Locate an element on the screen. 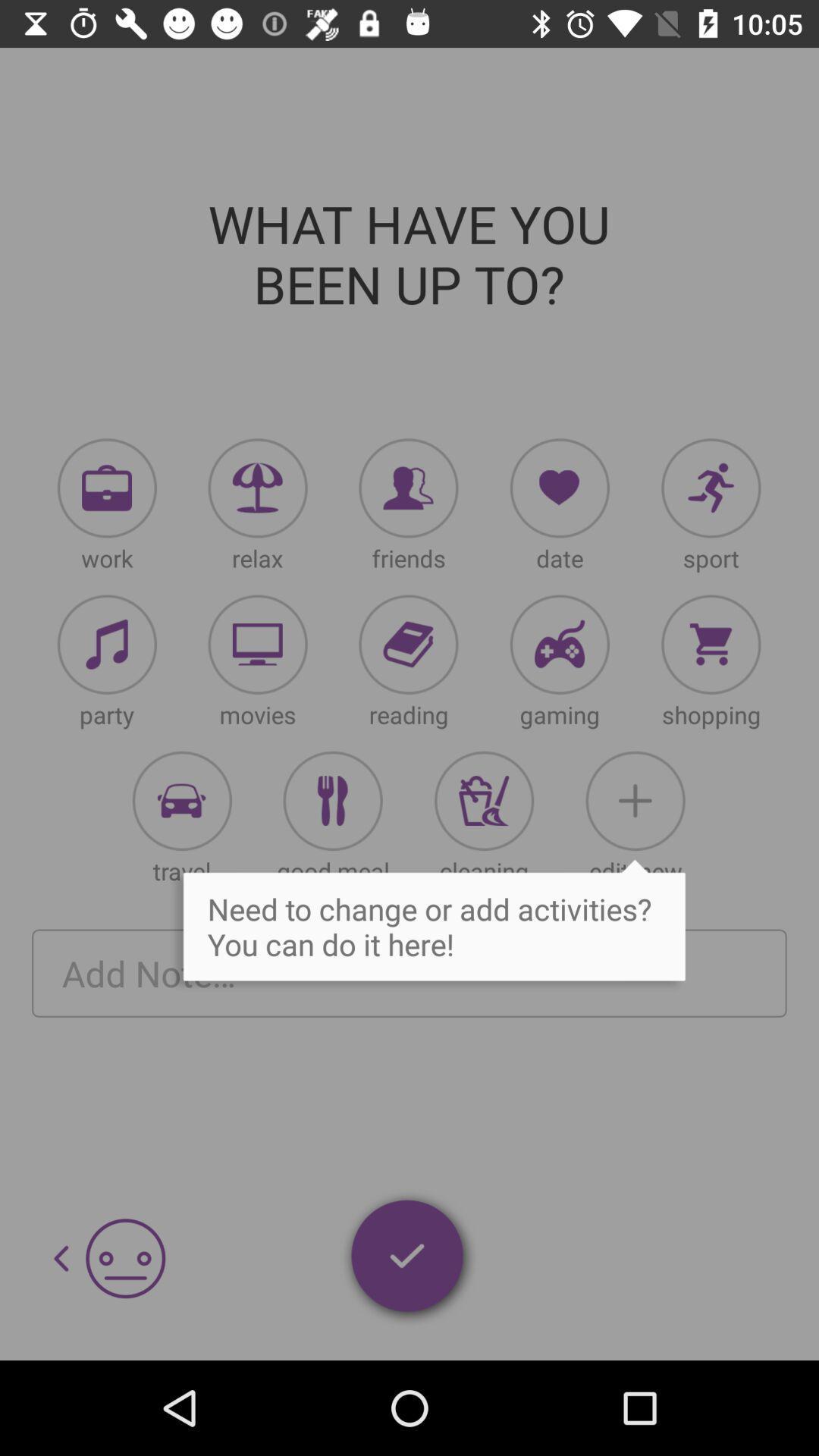 This screenshot has width=819, height=1456. a date to your journal is located at coordinates (560, 488).